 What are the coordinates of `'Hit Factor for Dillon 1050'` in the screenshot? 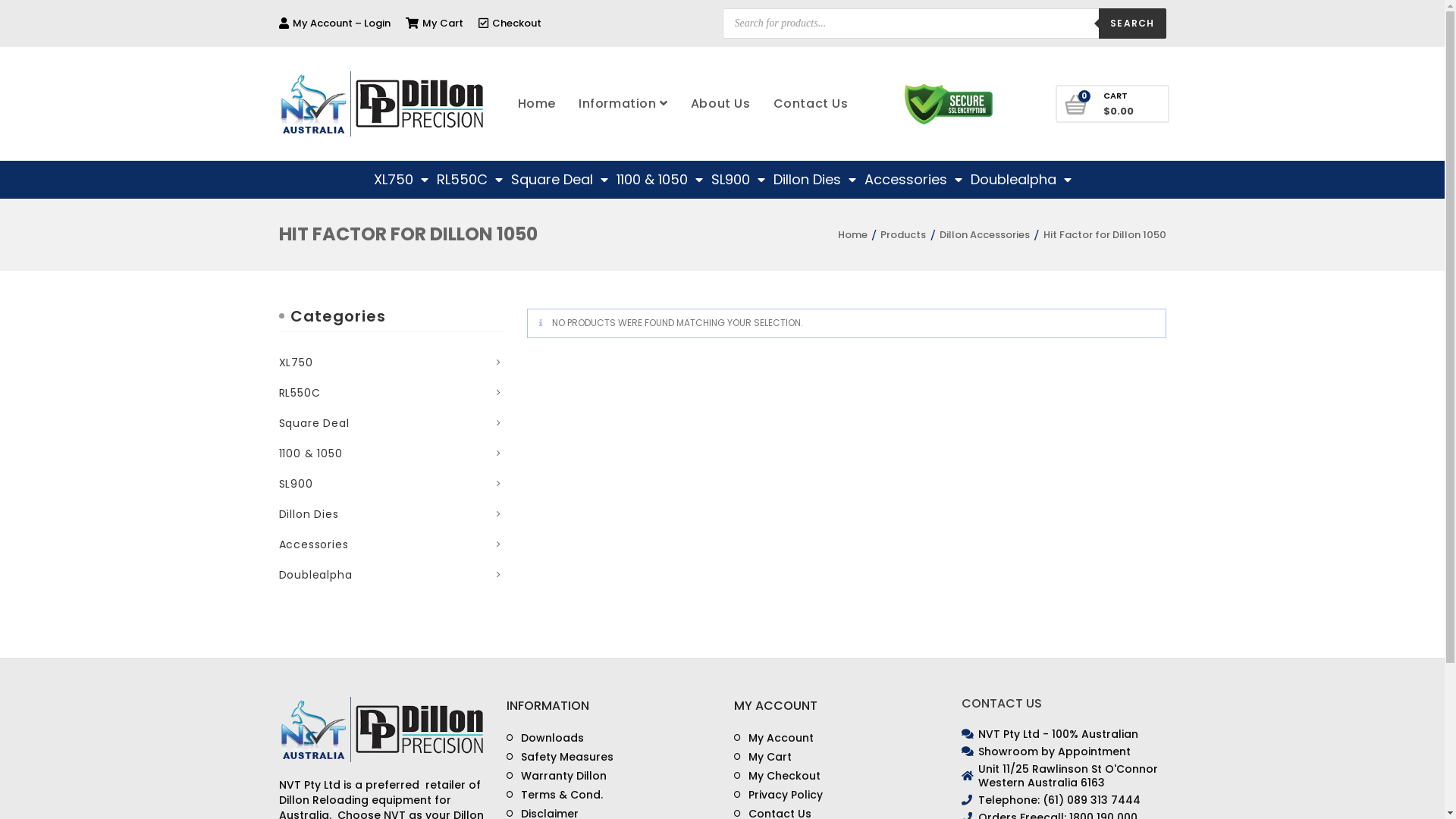 It's located at (1105, 234).